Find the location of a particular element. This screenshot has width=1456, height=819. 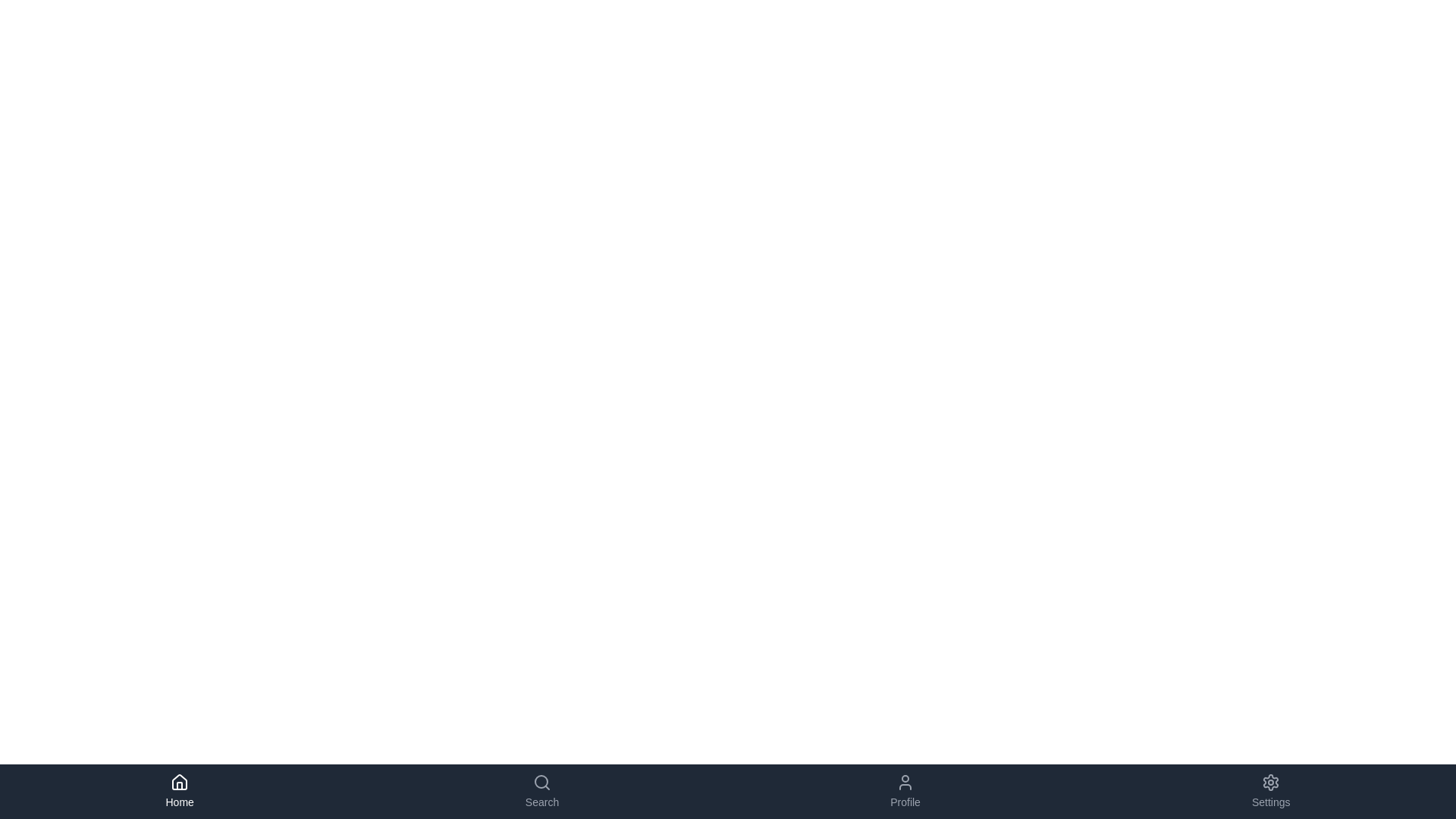

the non-interactive house icon in the bottom navigation bar, which represents the 'Home' section is located at coordinates (180, 782).